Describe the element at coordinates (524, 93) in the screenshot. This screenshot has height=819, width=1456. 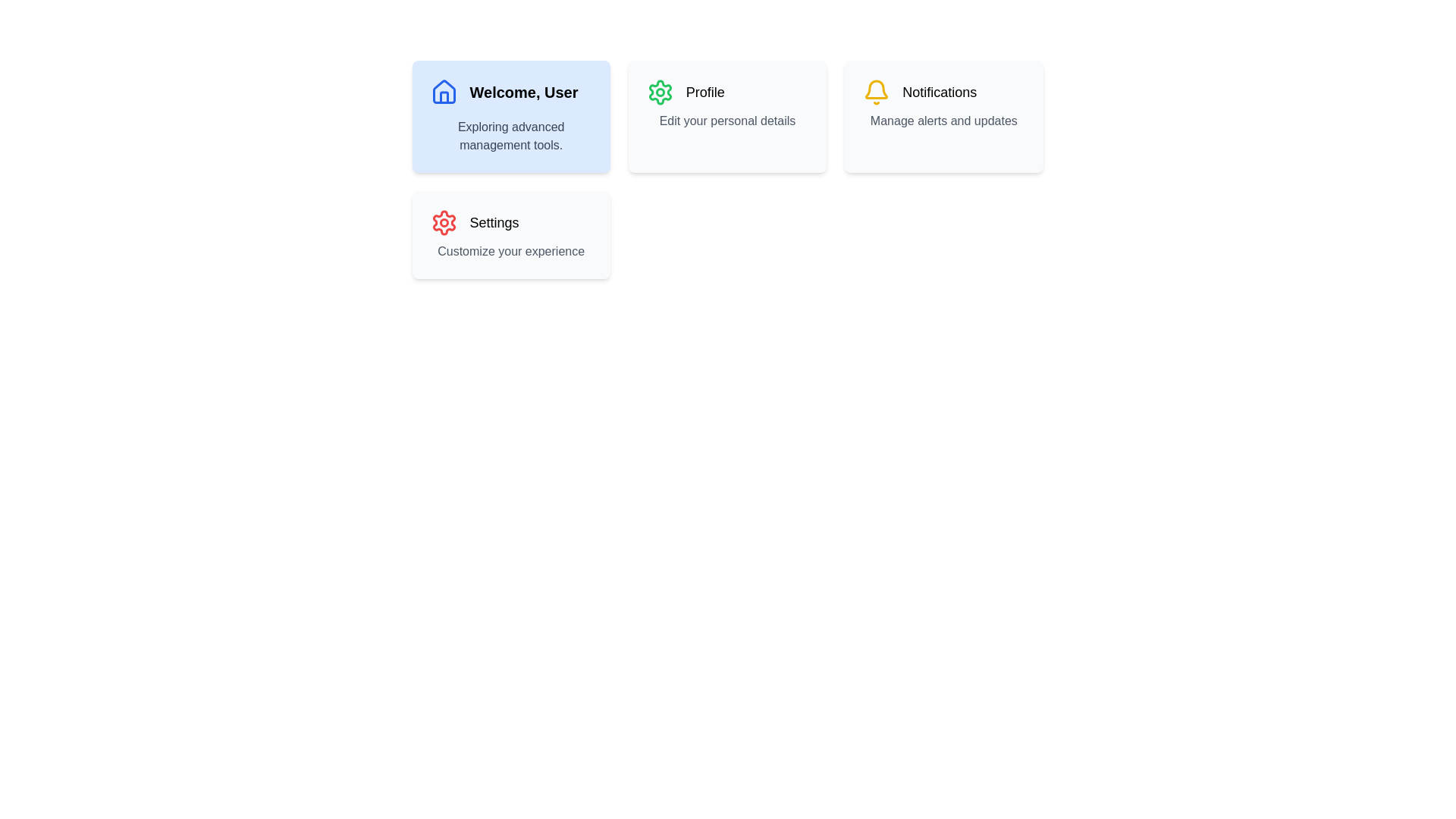
I see `welcoming message text located in the first light blue card in the grid layout, positioned to the right of the house icon` at that location.